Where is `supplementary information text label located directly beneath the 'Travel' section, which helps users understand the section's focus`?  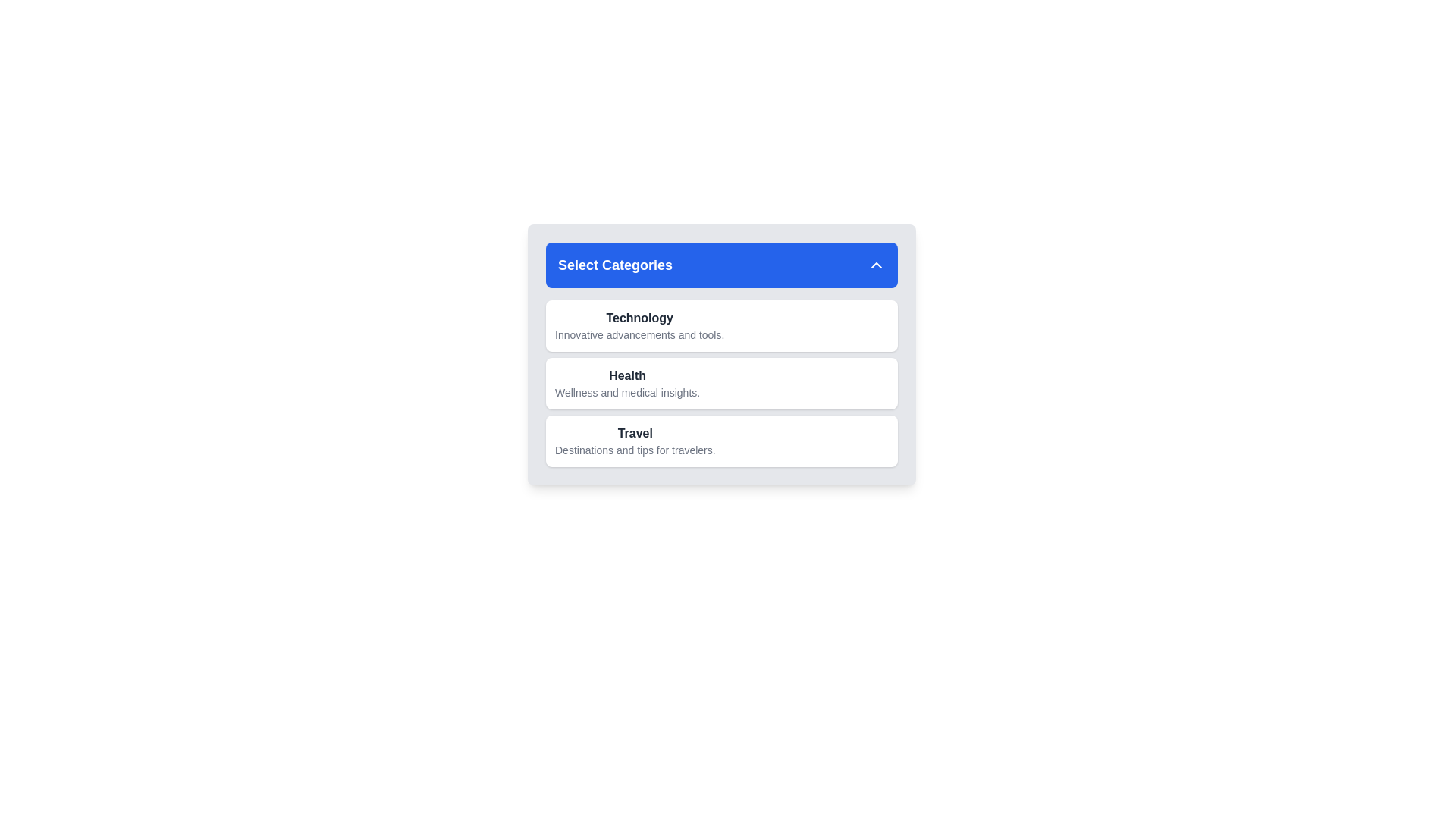 supplementary information text label located directly beneath the 'Travel' section, which helps users understand the section's focus is located at coordinates (635, 450).